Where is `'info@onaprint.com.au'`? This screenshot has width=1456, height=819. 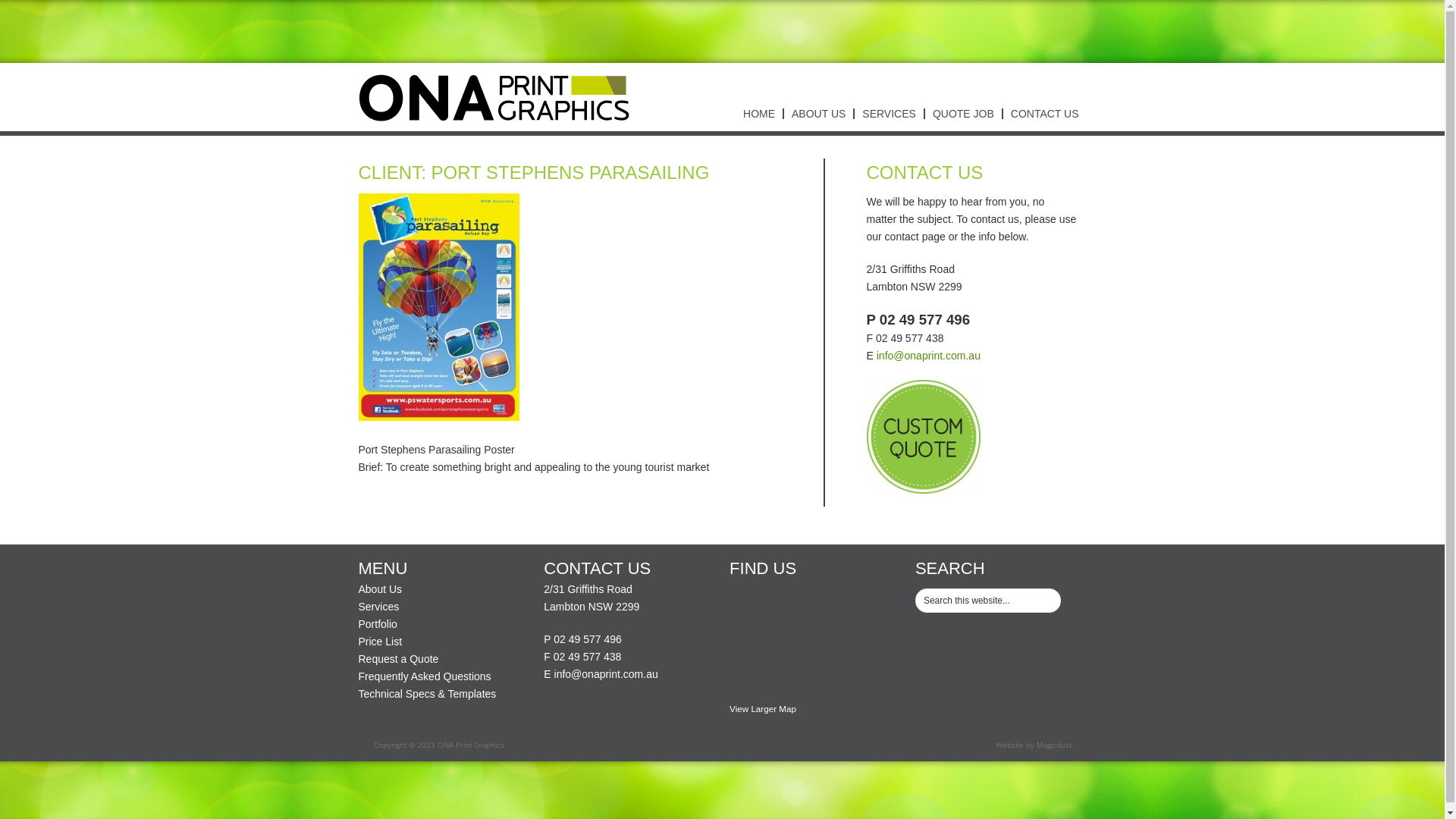
'info@onaprint.com.au' is located at coordinates (553, 673).